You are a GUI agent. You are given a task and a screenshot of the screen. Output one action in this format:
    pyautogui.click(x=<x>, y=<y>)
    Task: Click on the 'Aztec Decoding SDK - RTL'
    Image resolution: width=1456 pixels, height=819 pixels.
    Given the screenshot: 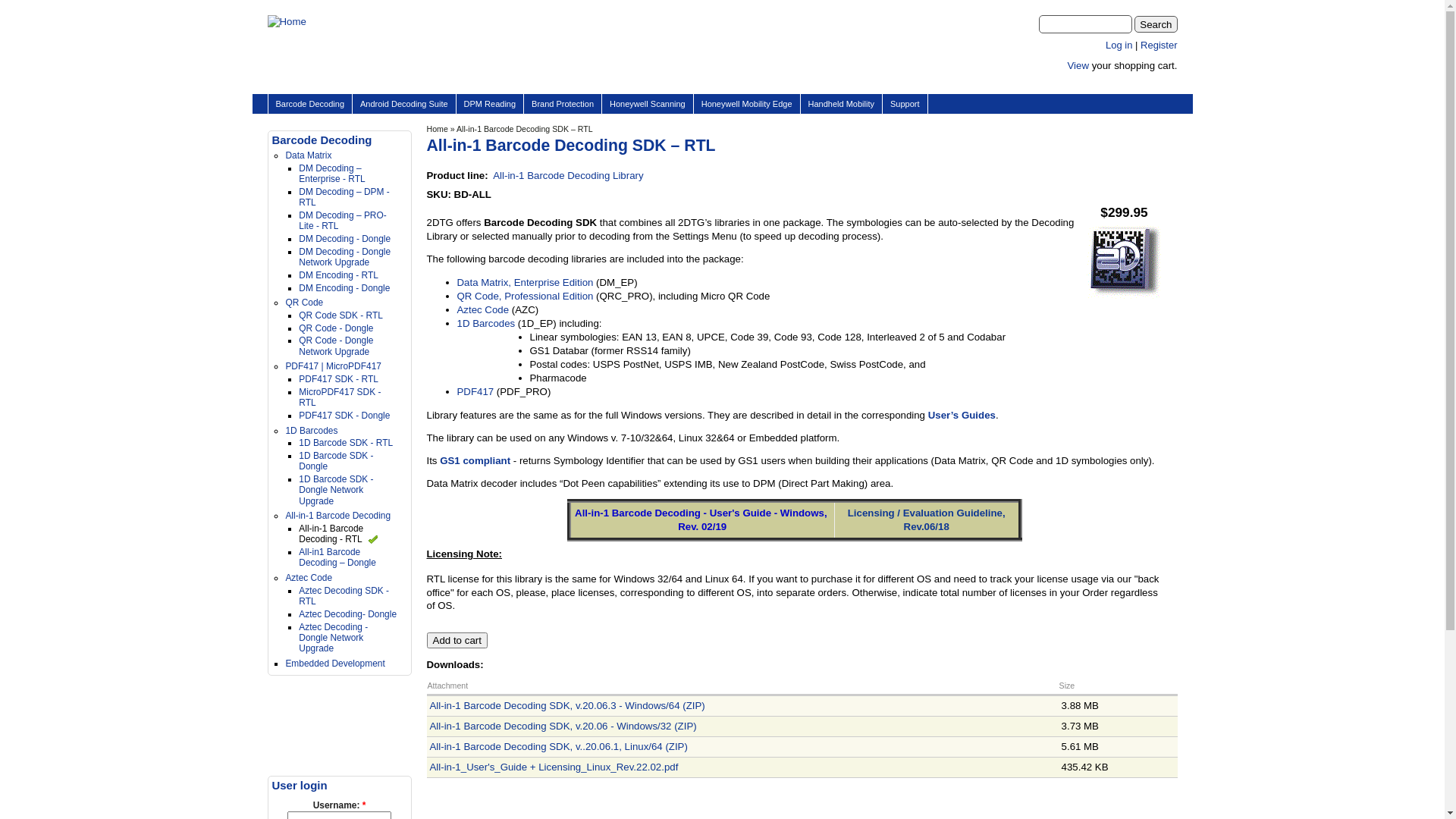 What is the action you would take?
    pyautogui.click(x=343, y=595)
    